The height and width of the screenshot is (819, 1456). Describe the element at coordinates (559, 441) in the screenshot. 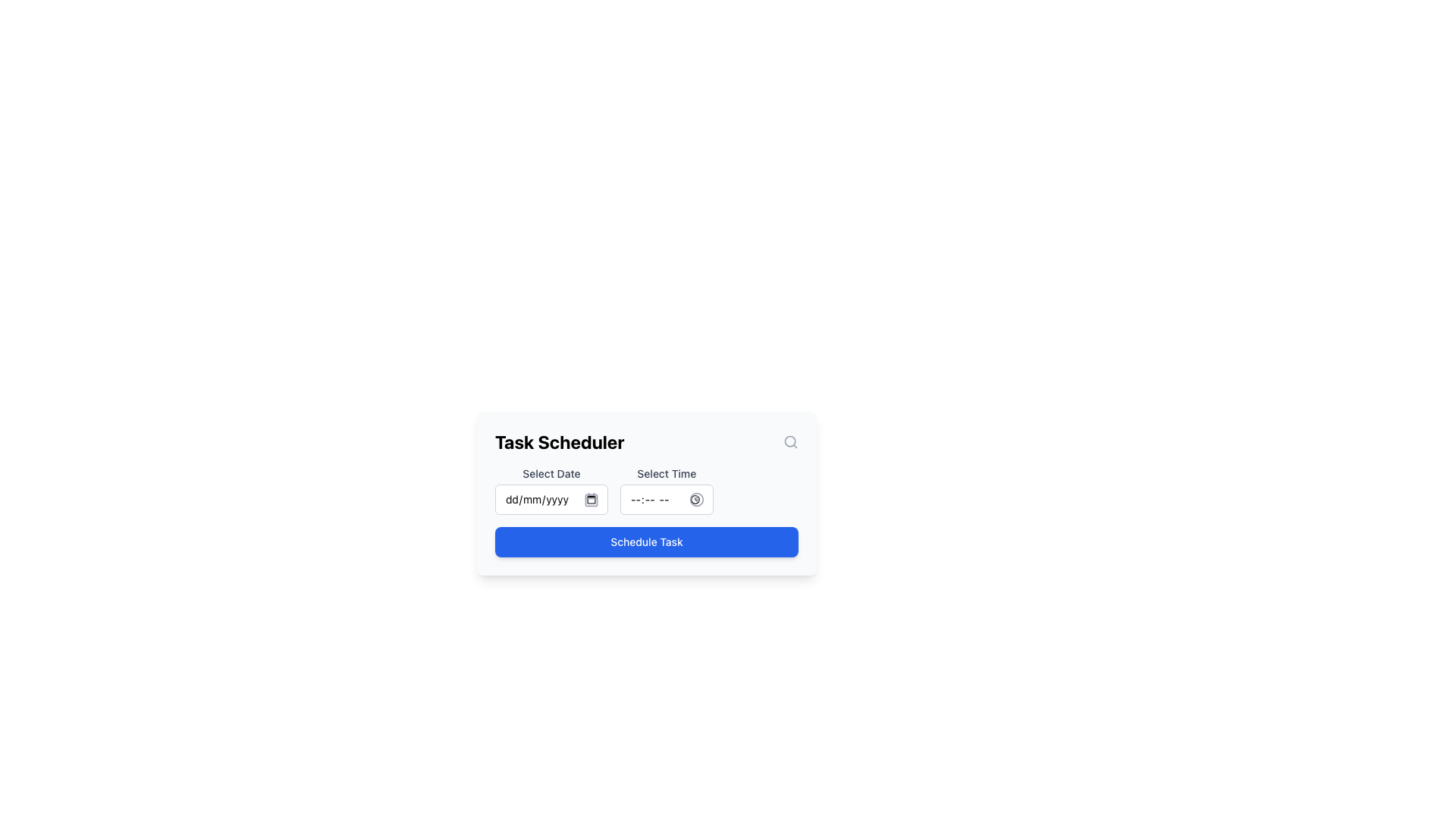

I see `the bold text label displaying 'Task Scheduler' at the top-center of the interface` at that location.